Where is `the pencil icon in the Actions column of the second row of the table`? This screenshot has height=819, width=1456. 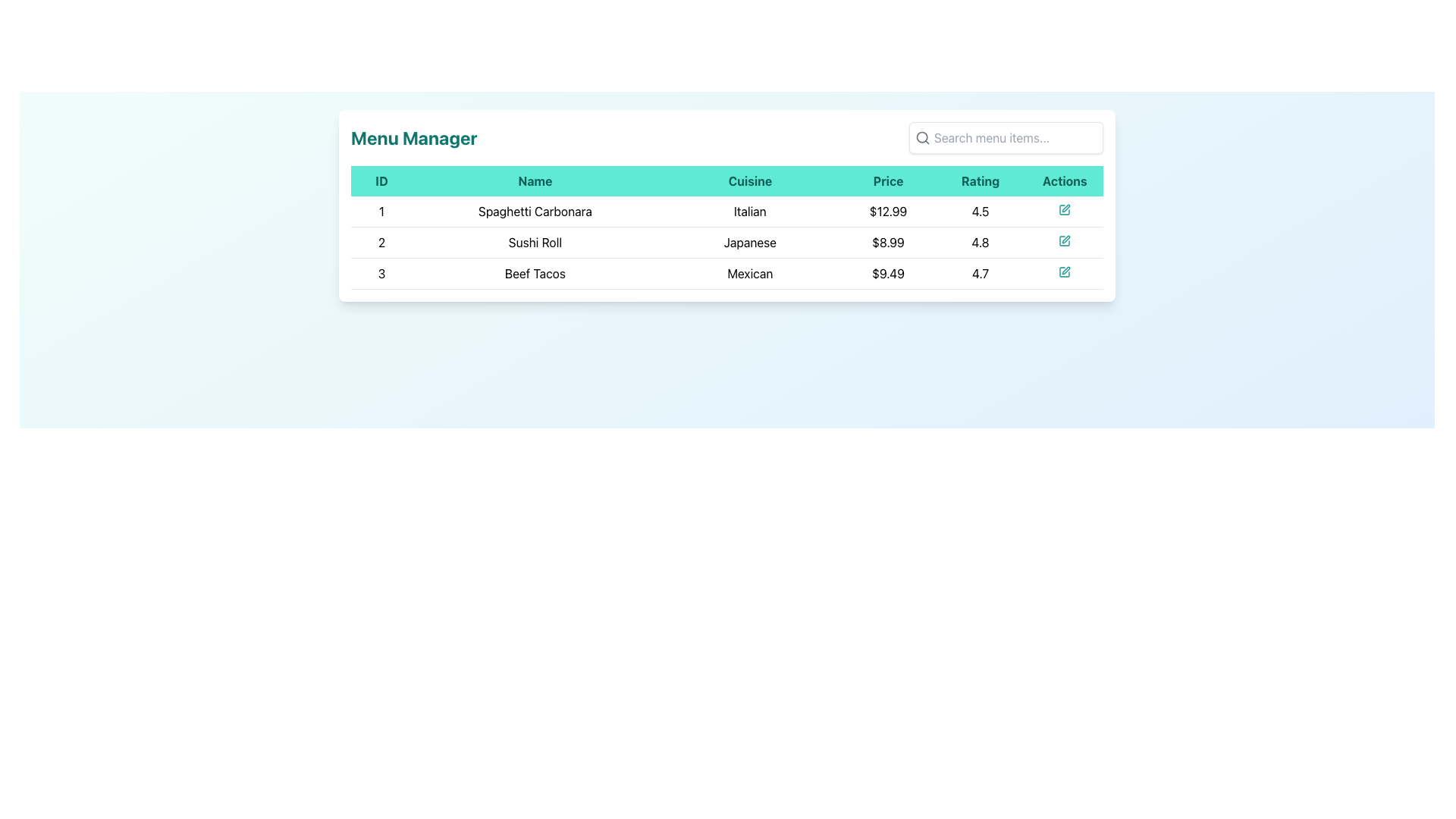
the pencil icon in the Actions column of the second row of the table is located at coordinates (1065, 239).